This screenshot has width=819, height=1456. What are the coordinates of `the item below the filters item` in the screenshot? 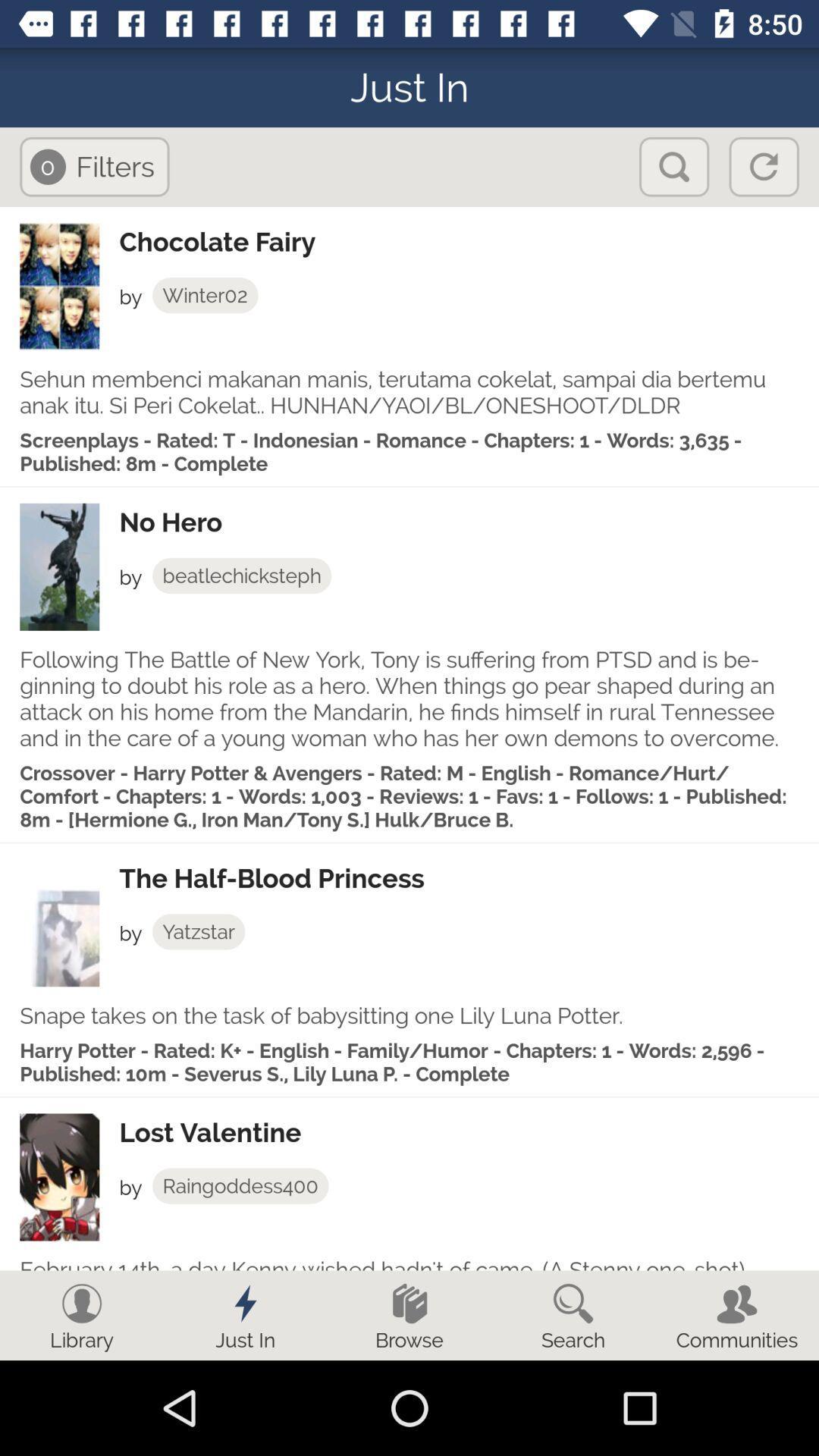 It's located at (468, 241).